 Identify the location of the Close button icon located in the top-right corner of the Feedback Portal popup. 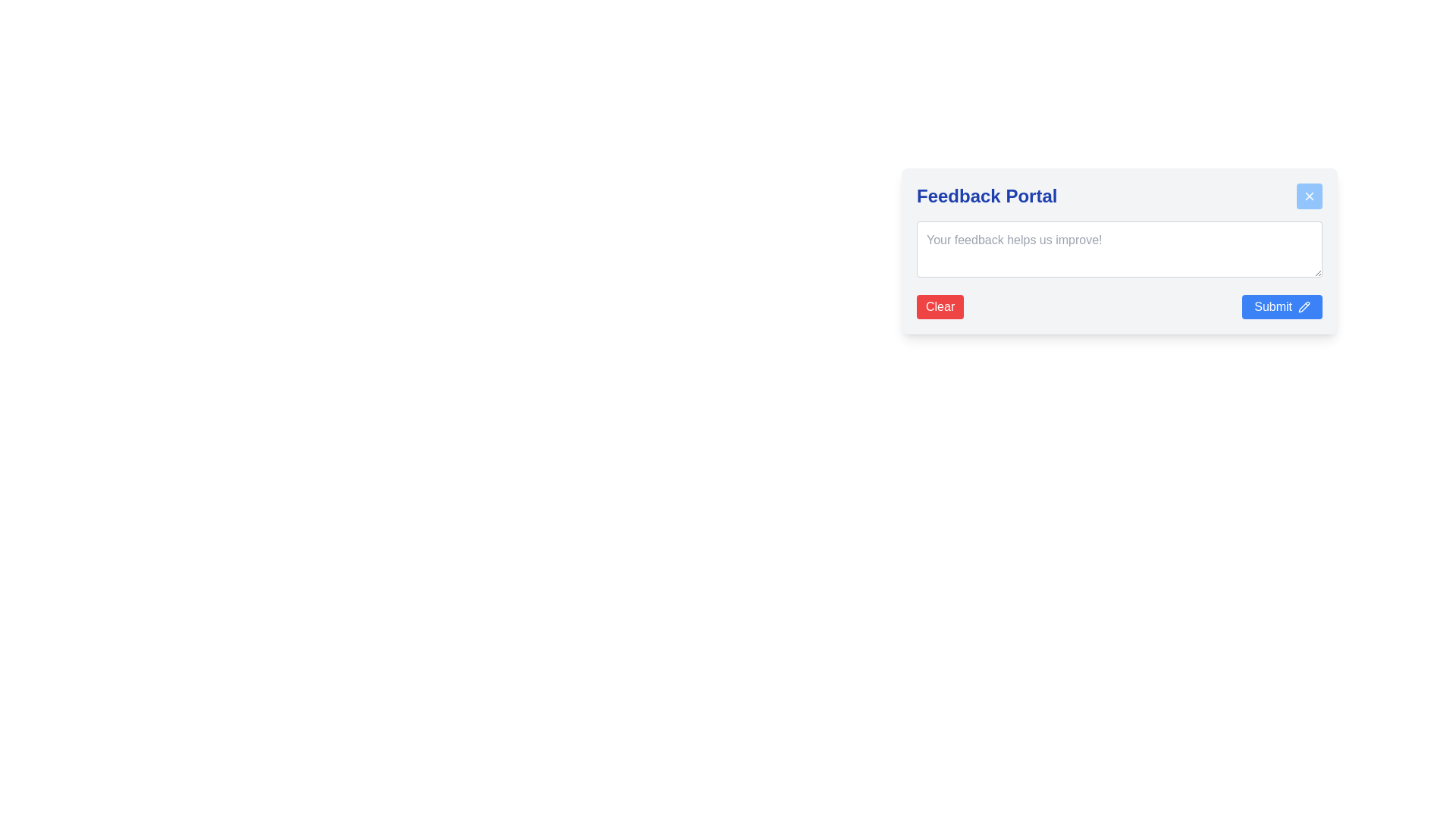
(1309, 195).